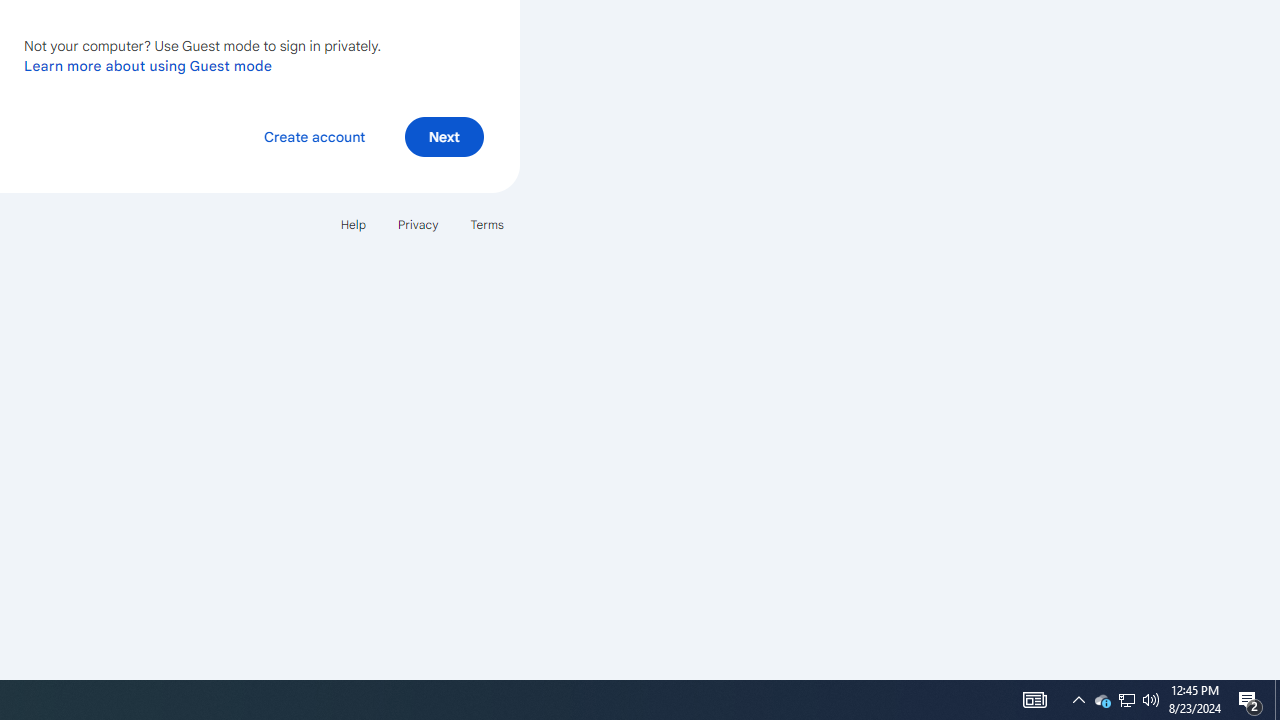  Describe the element at coordinates (487, 224) in the screenshot. I see `'Terms'` at that location.